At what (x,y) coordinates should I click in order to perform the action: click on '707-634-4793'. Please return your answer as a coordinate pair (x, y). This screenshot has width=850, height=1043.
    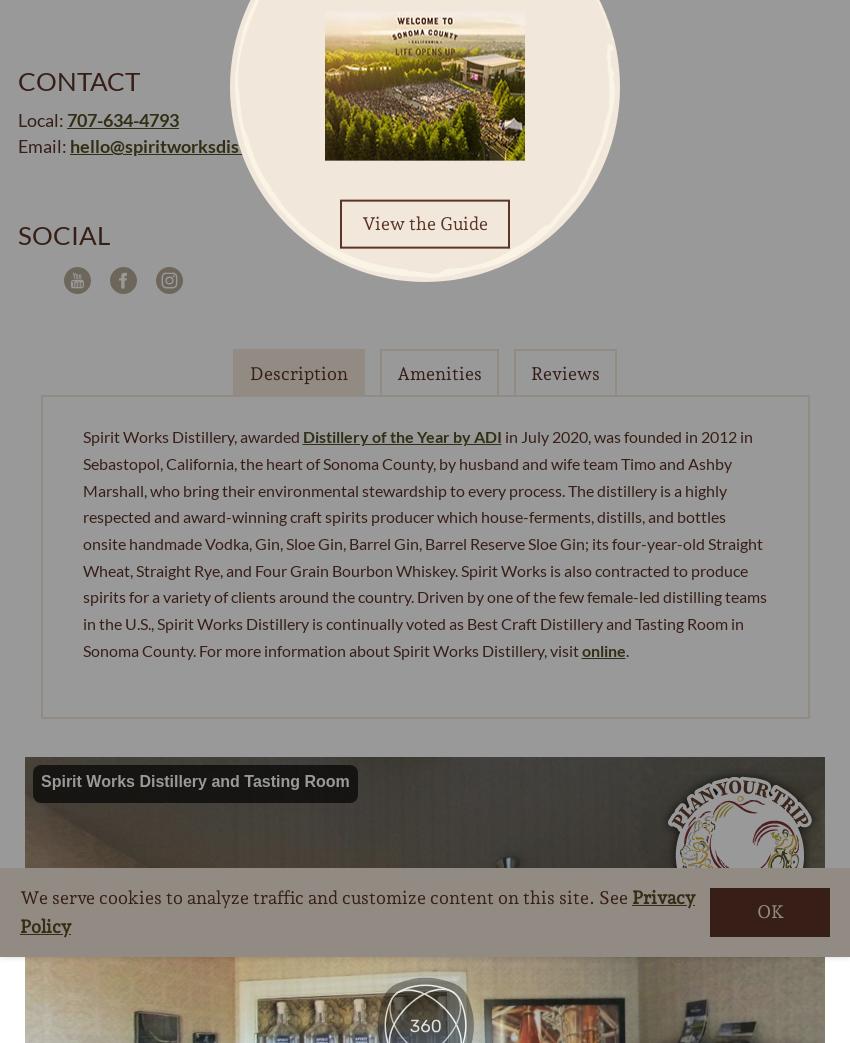
    Looking at the image, I should click on (121, 120).